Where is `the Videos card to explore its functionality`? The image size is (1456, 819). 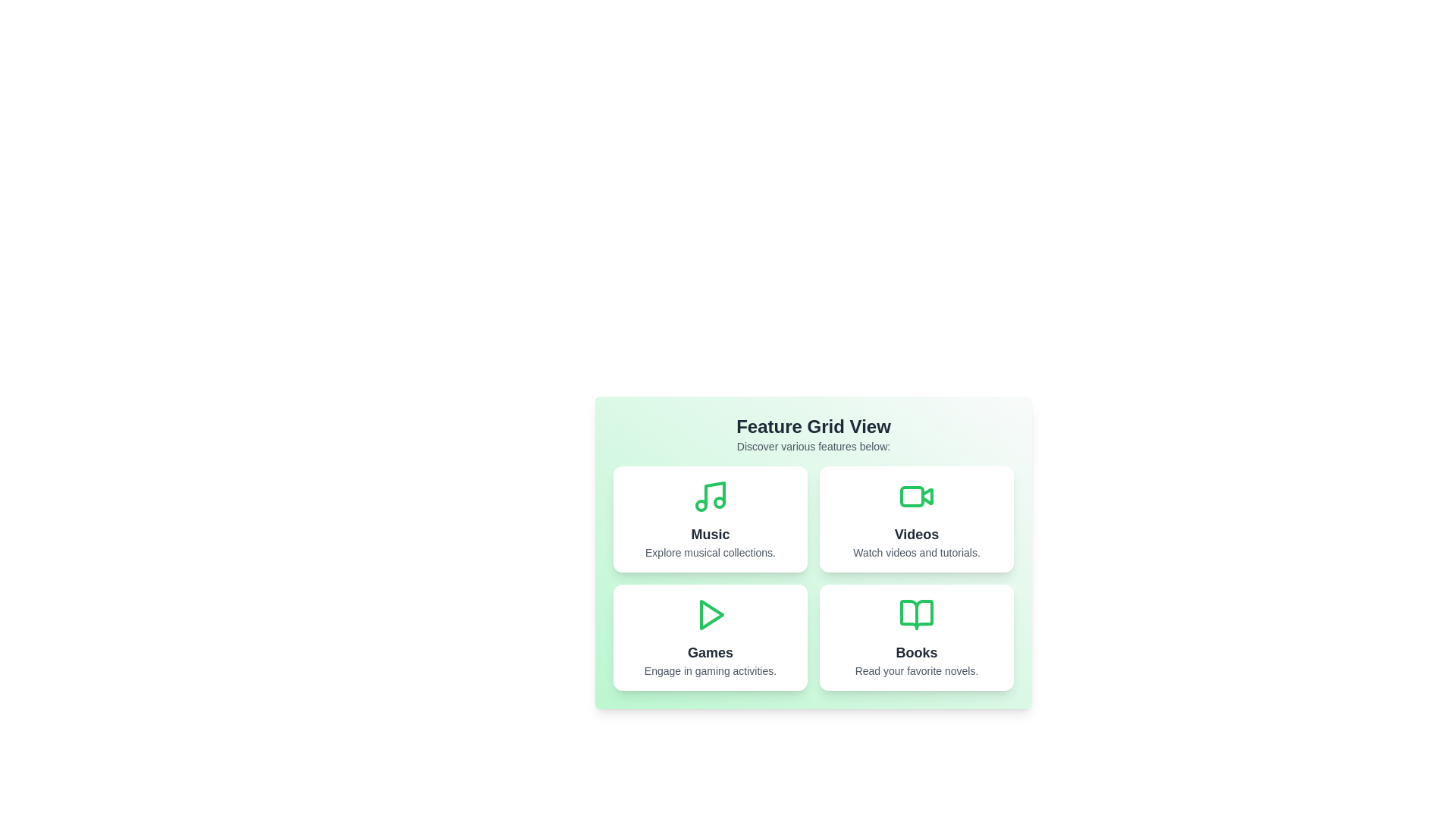
the Videos card to explore its functionality is located at coordinates (916, 519).